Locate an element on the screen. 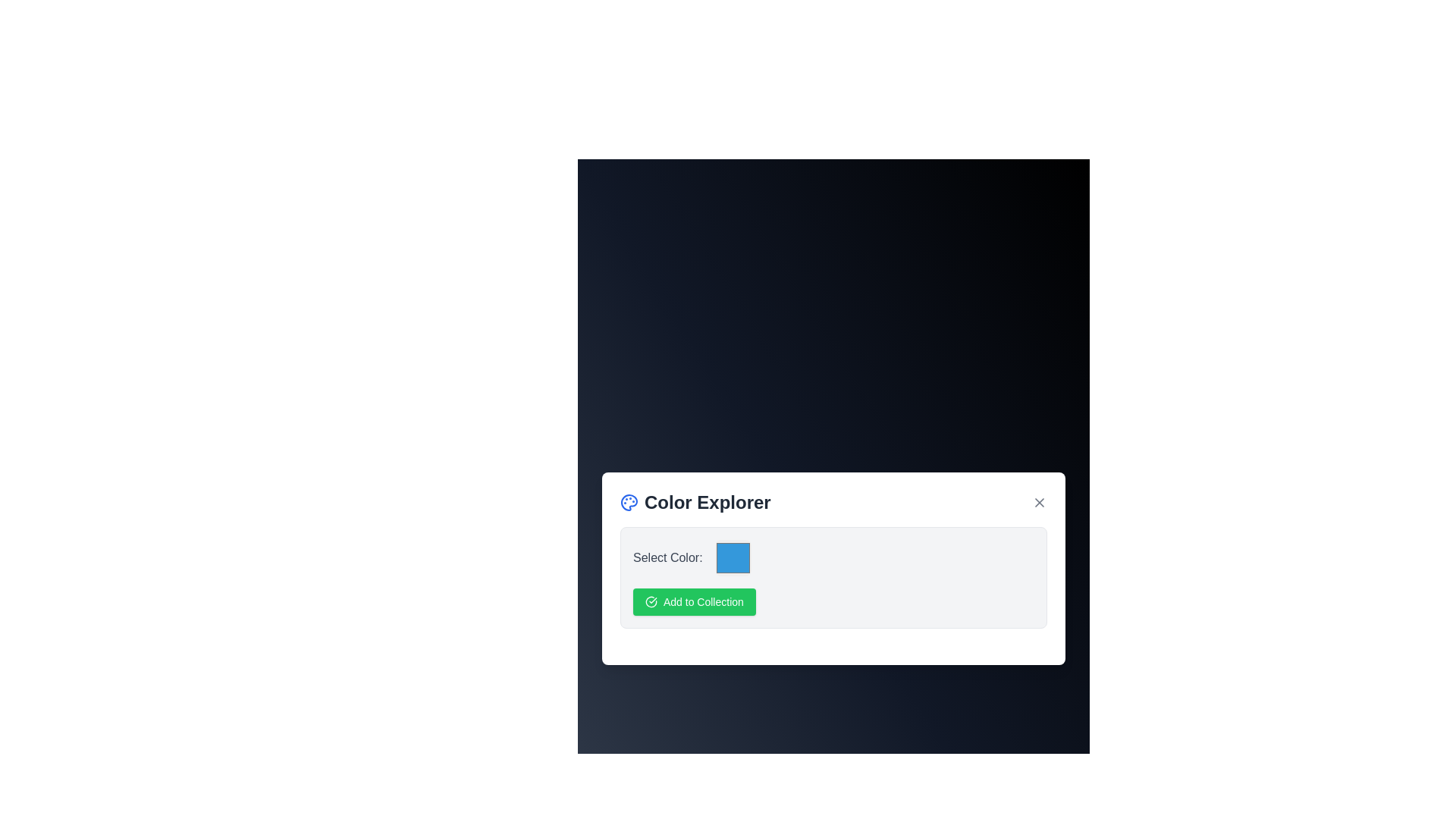 Image resolution: width=1456 pixels, height=819 pixels. the Icon representing the 'Color Explorer' section, which is positioned at the start of its title, aligned to the left of the text is located at coordinates (629, 503).